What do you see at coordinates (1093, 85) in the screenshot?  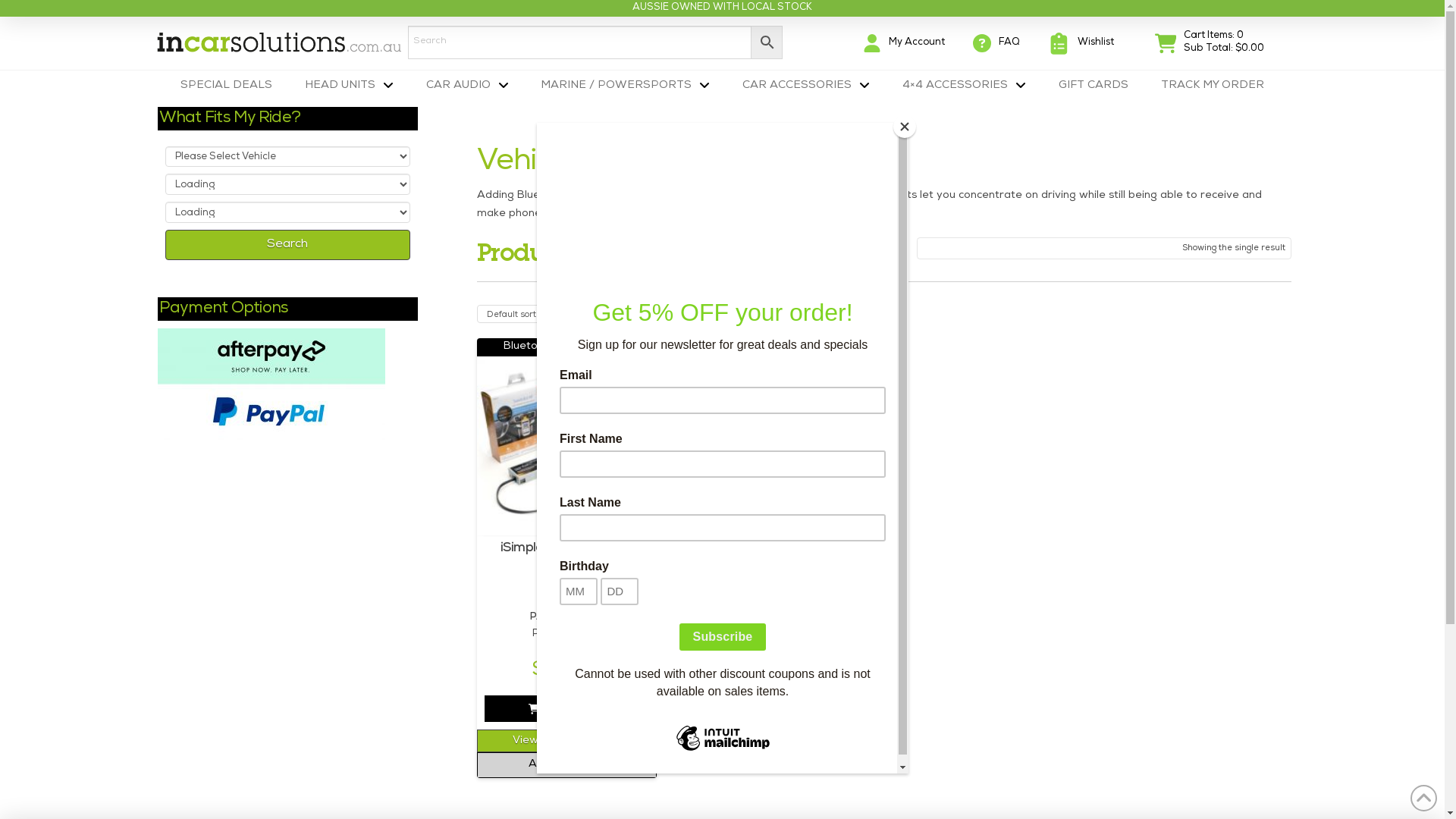 I see `'GIFT CARDS'` at bounding box center [1093, 85].